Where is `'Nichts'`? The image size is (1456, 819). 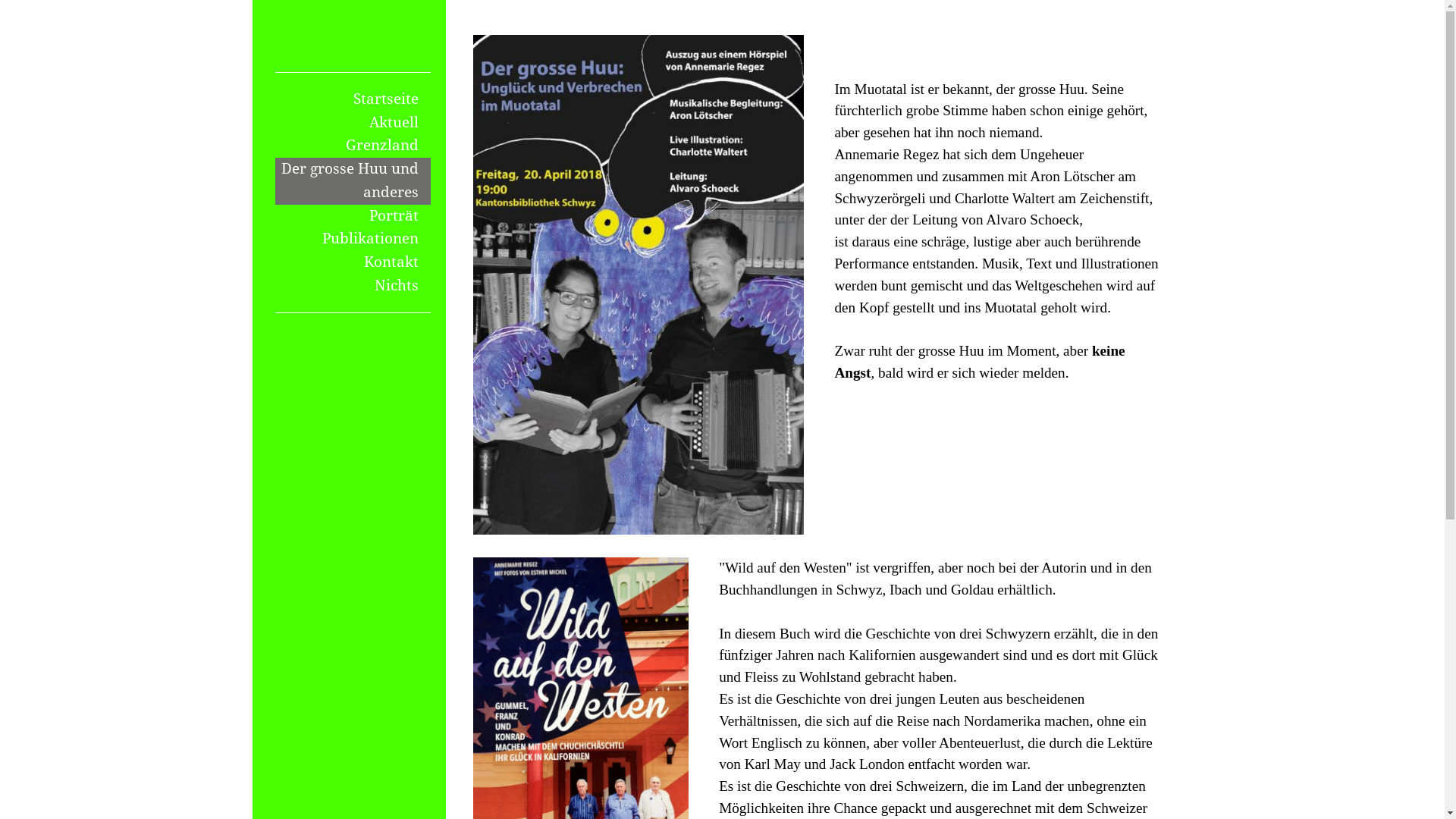
'Nichts' is located at coordinates (274, 286).